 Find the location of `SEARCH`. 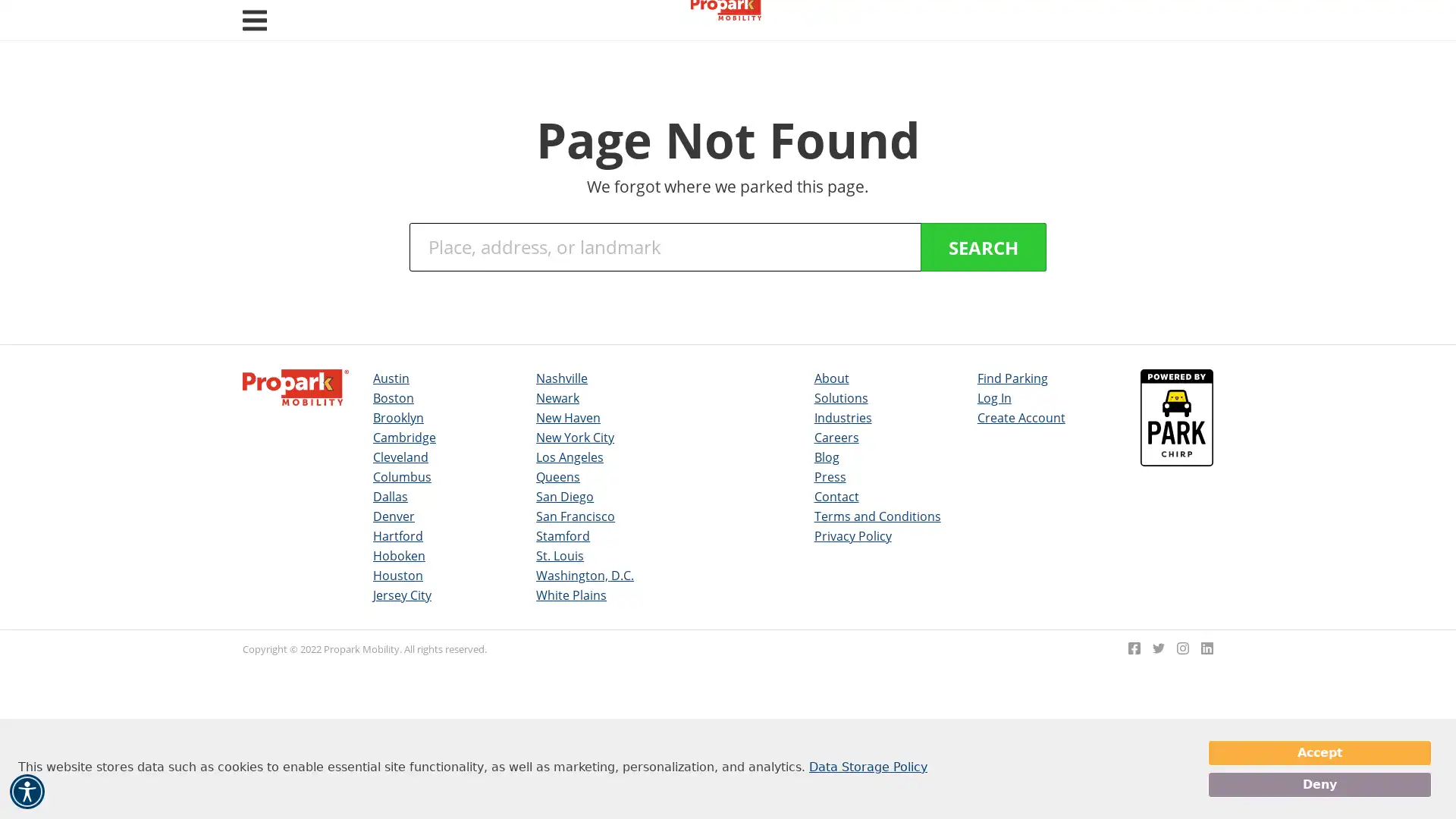

SEARCH is located at coordinates (983, 245).